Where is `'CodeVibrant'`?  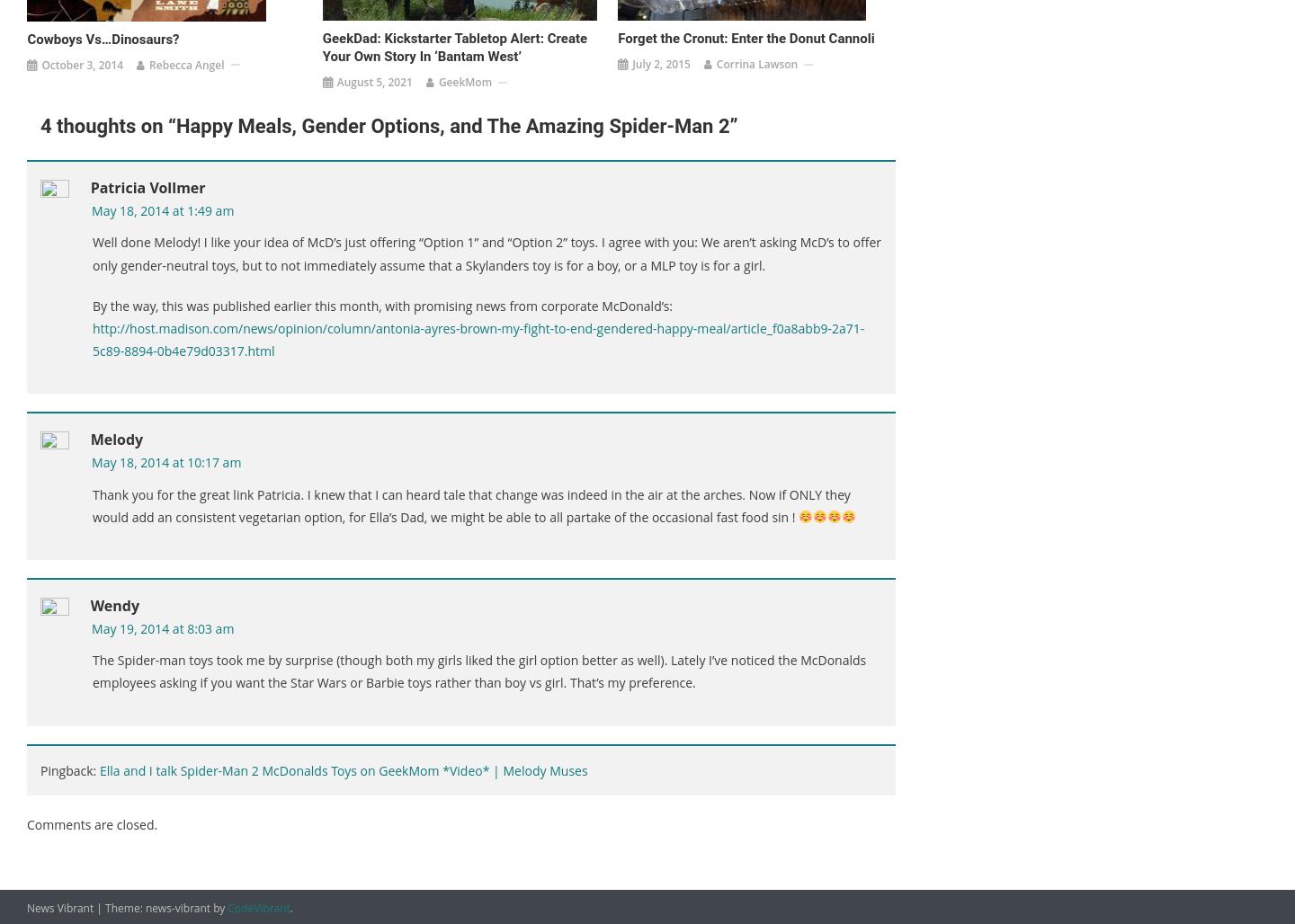
'CodeVibrant' is located at coordinates (227, 906).